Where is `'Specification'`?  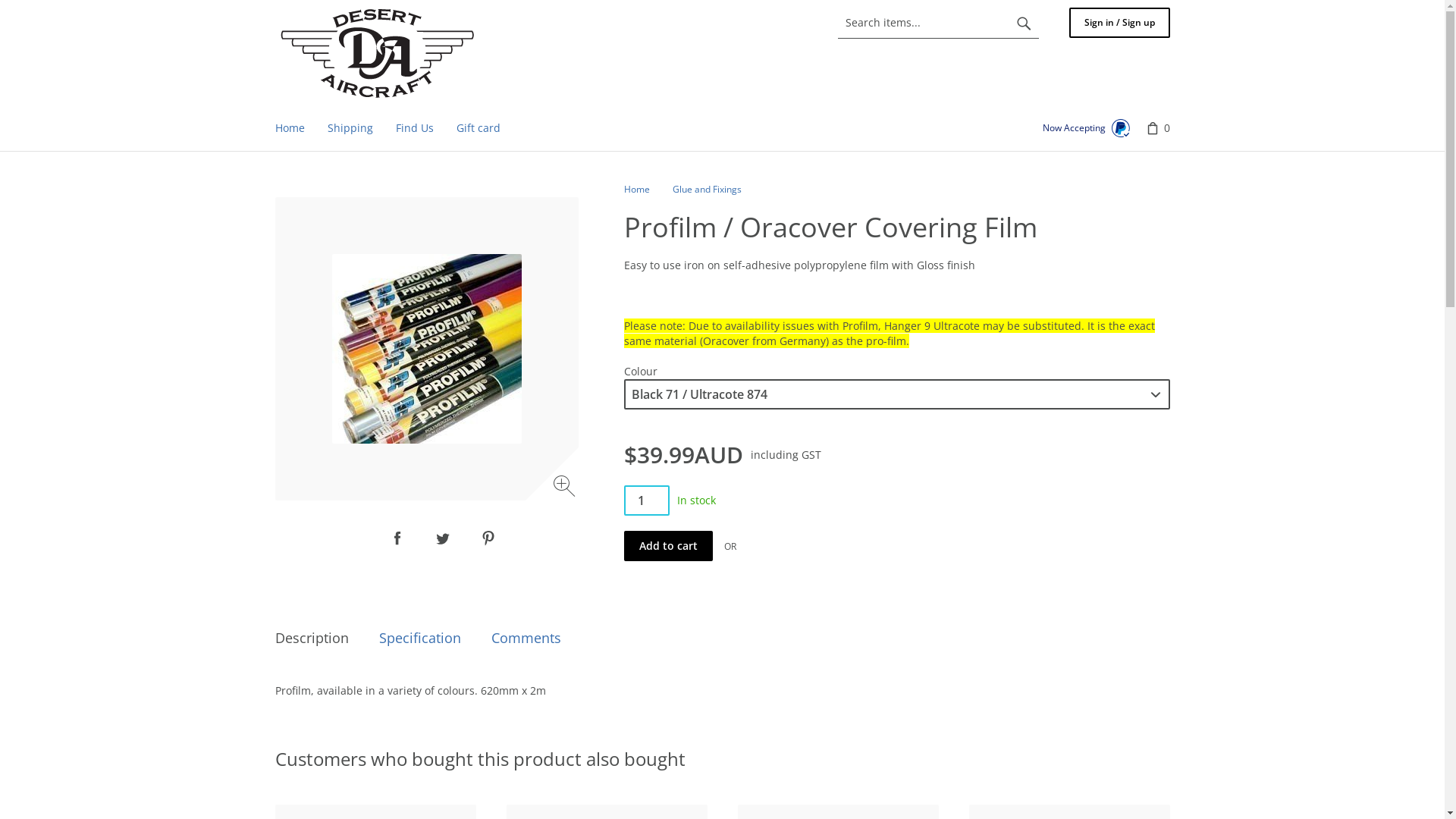 'Specification' is located at coordinates (419, 638).